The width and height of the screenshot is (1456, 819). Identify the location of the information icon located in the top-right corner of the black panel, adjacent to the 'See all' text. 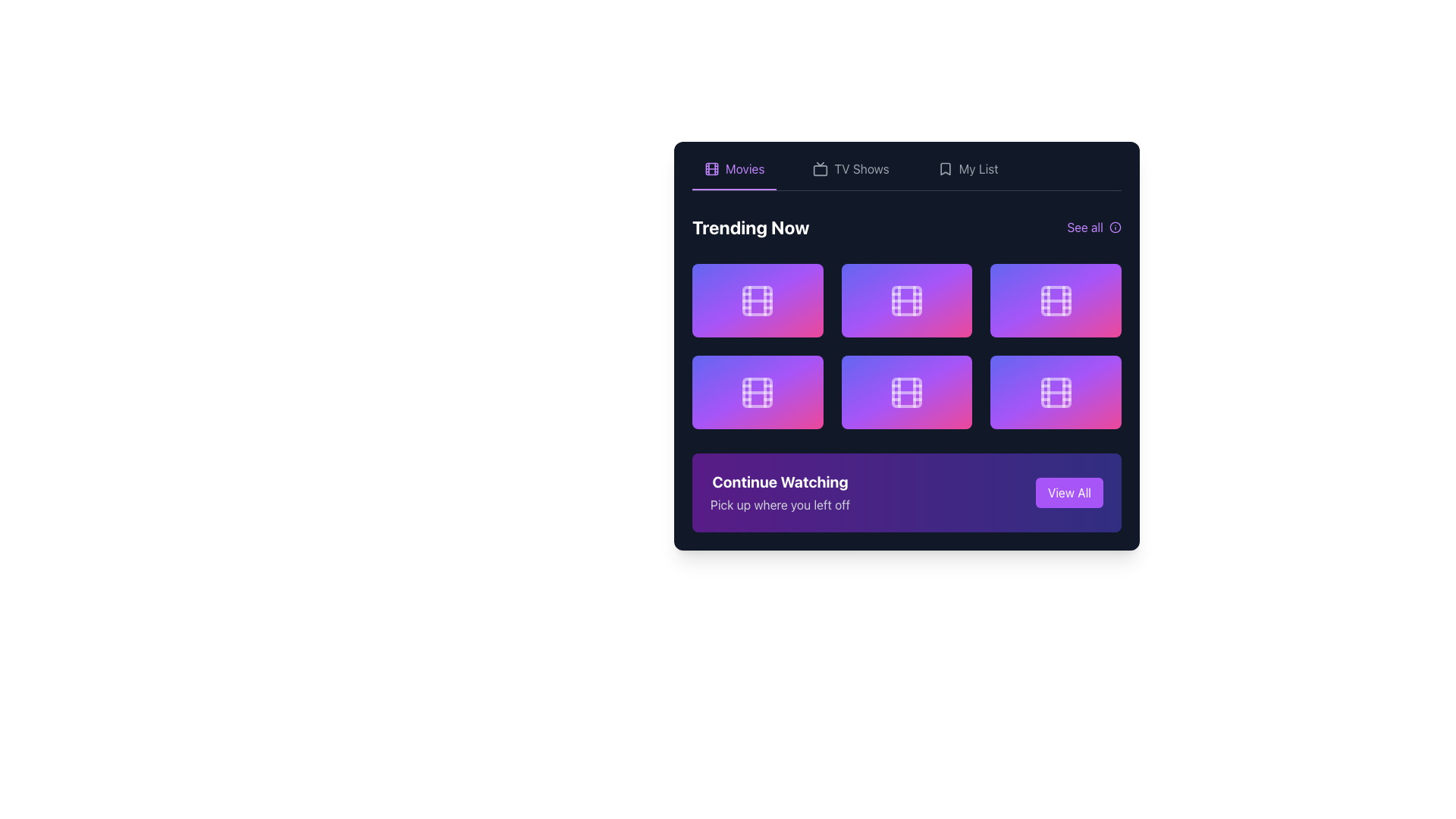
(1115, 227).